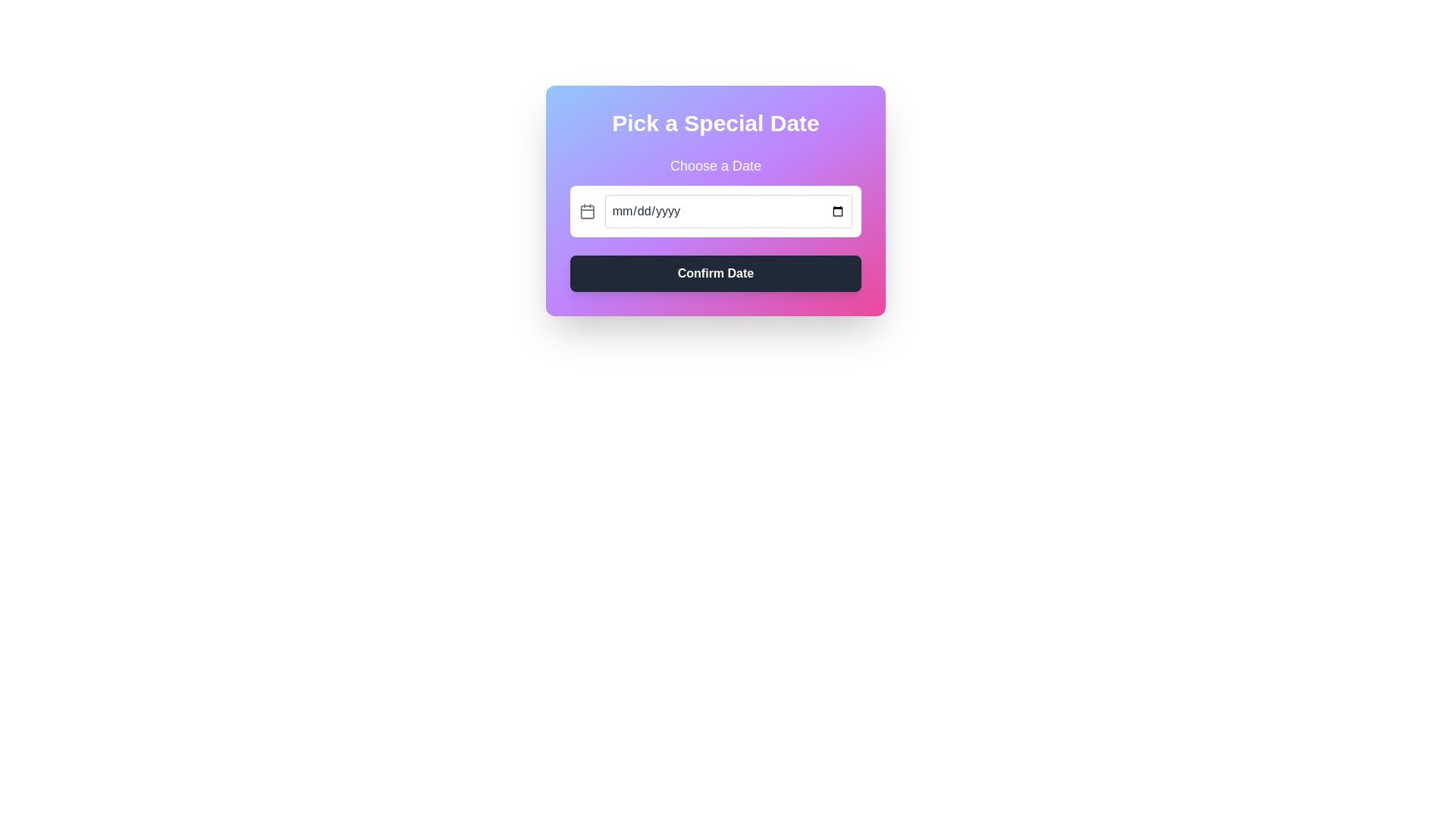 Image resolution: width=1456 pixels, height=819 pixels. What do you see at coordinates (715, 274) in the screenshot?
I see `the confirm button located under the 'Choose a Date' input field in the centered modal window to confirm the selected date` at bounding box center [715, 274].